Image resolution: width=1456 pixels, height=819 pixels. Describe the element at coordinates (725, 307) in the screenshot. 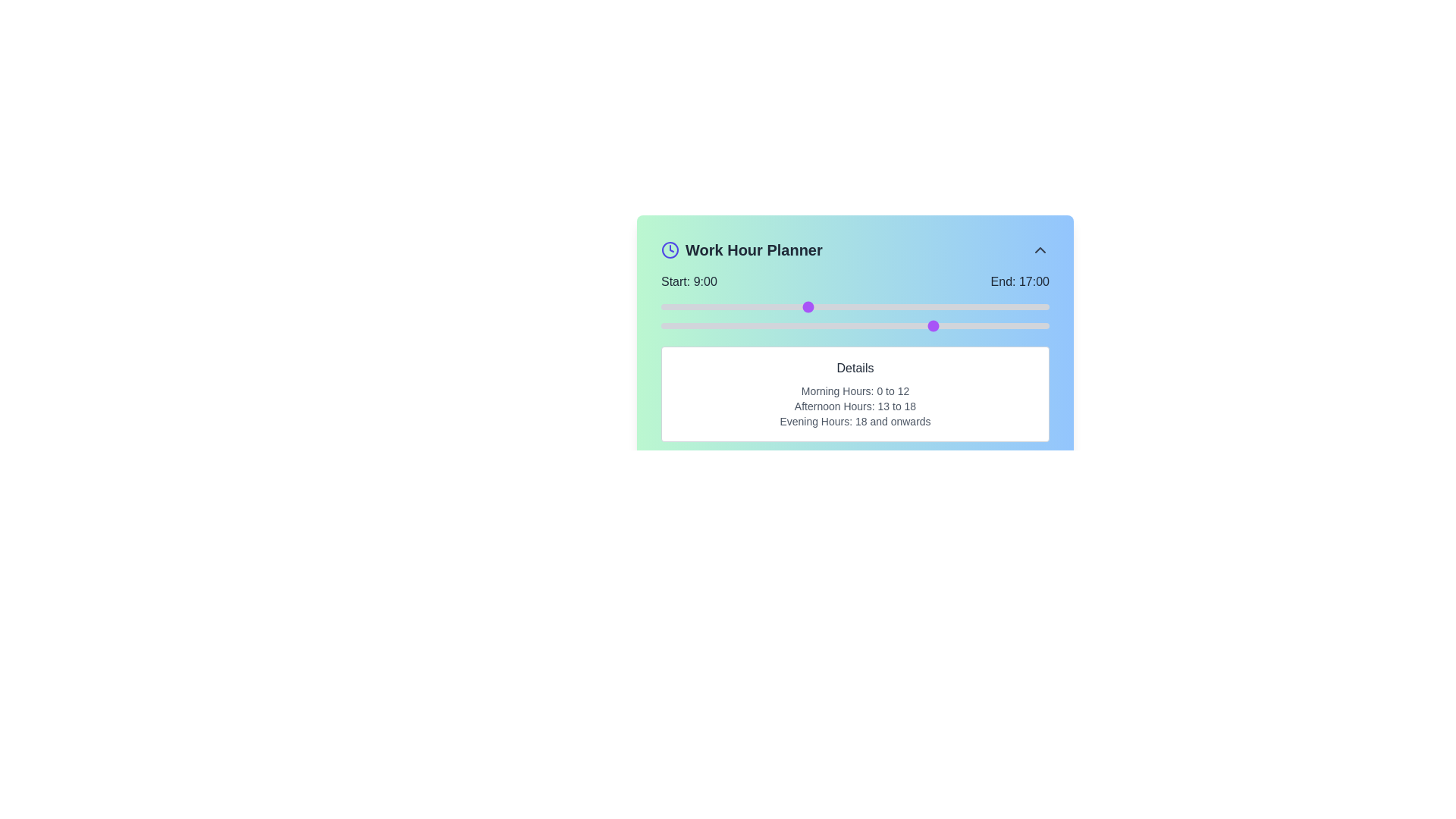

I see `the start time to 4 hours using the left slider` at that location.